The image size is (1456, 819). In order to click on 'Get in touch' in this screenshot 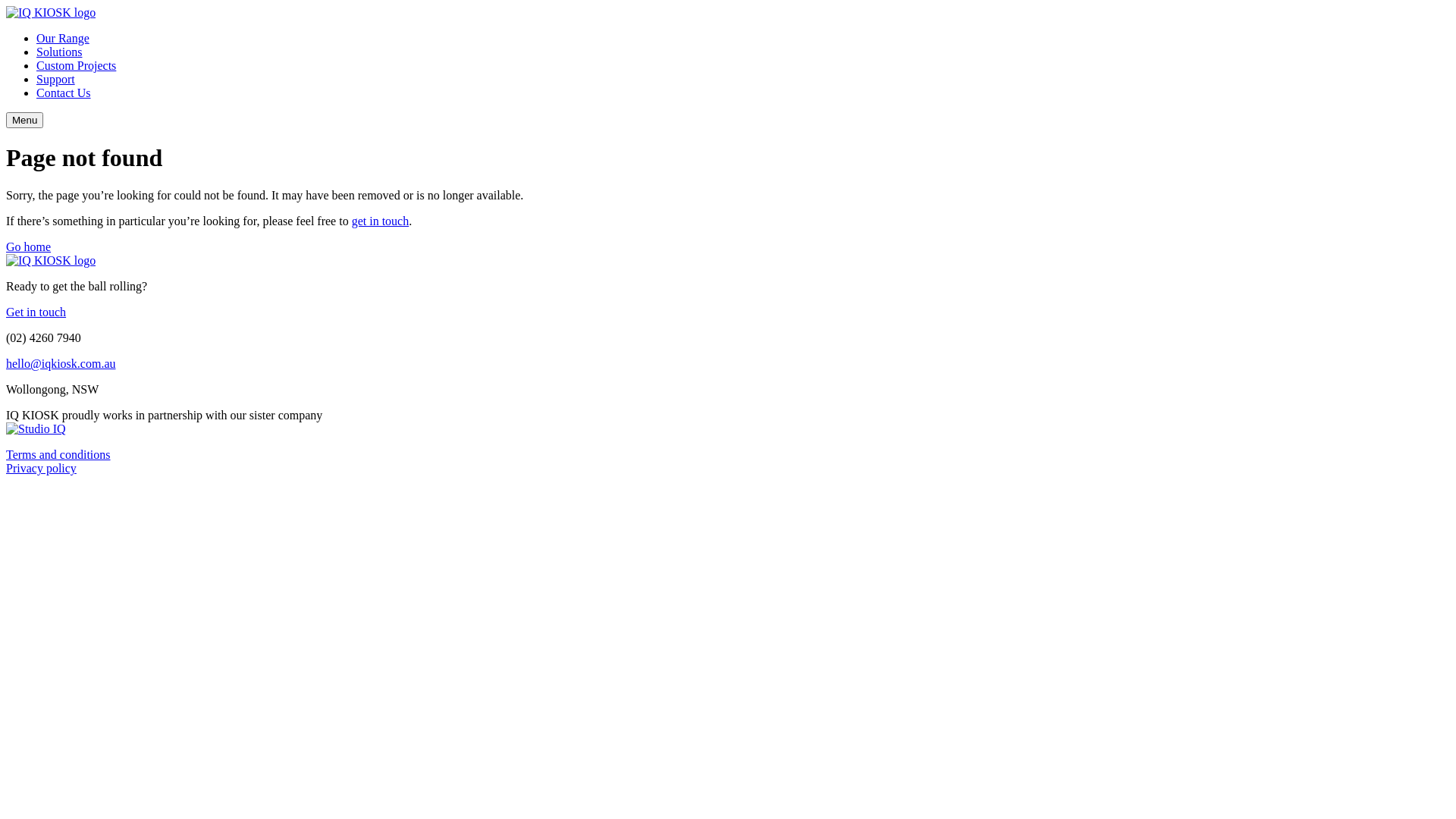, I will do `click(36, 311)`.